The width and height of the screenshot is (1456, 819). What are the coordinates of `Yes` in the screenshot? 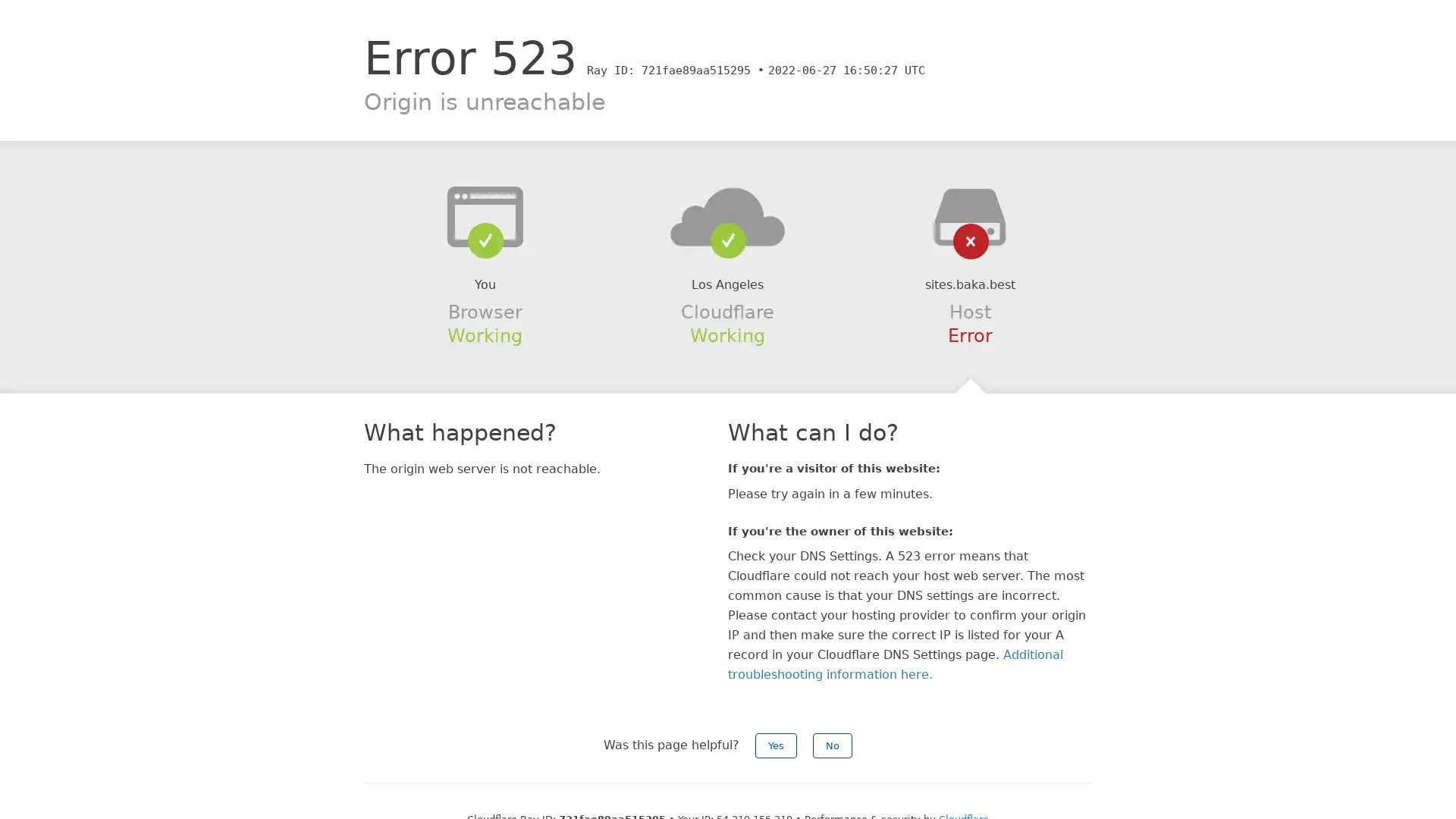 It's located at (776, 745).